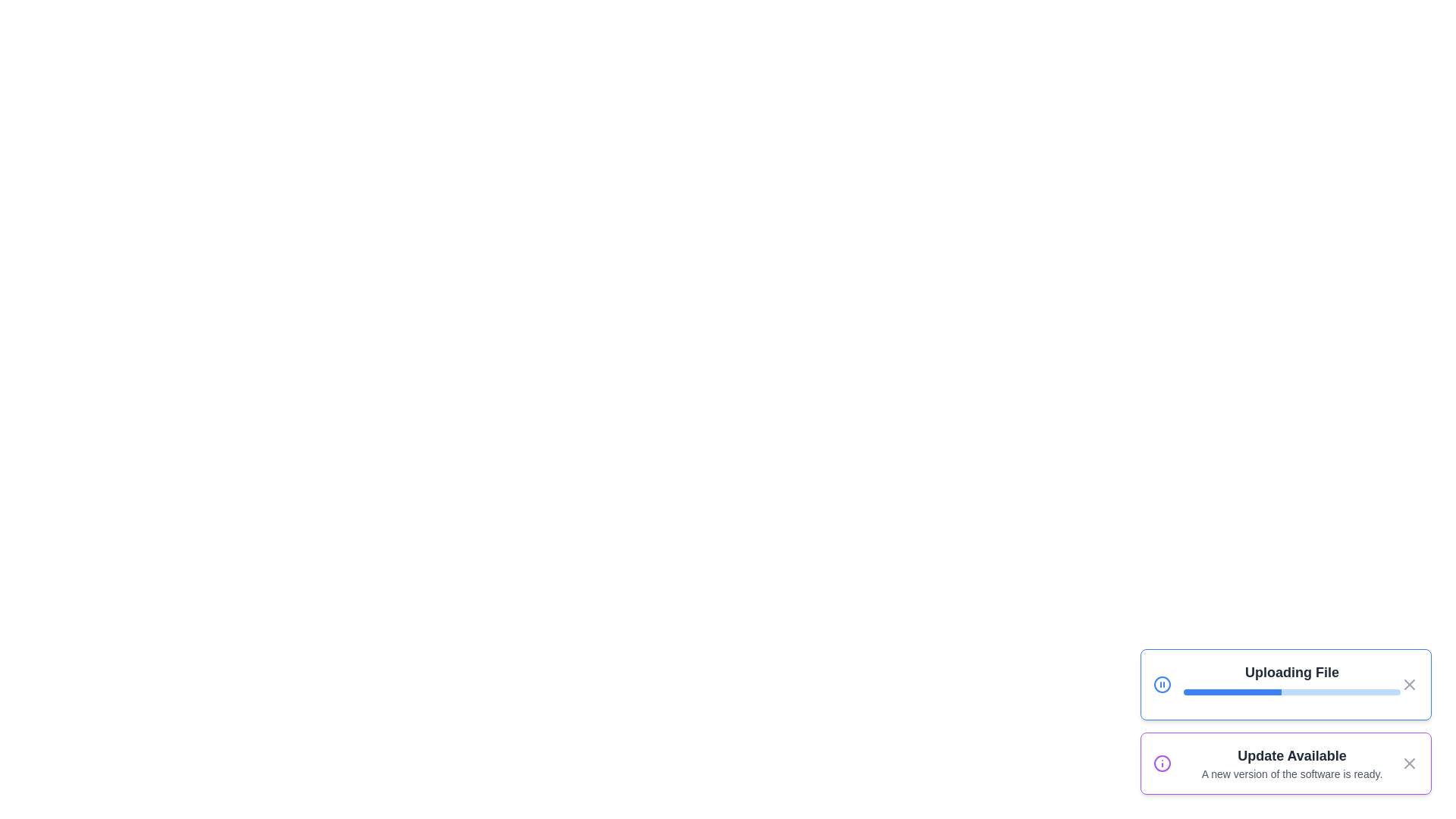 The width and height of the screenshot is (1456, 819). Describe the element at coordinates (1291, 692) in the screenshot. I see `the progress bar of the 'Uploading File' notification to inspect its progress` at that location.